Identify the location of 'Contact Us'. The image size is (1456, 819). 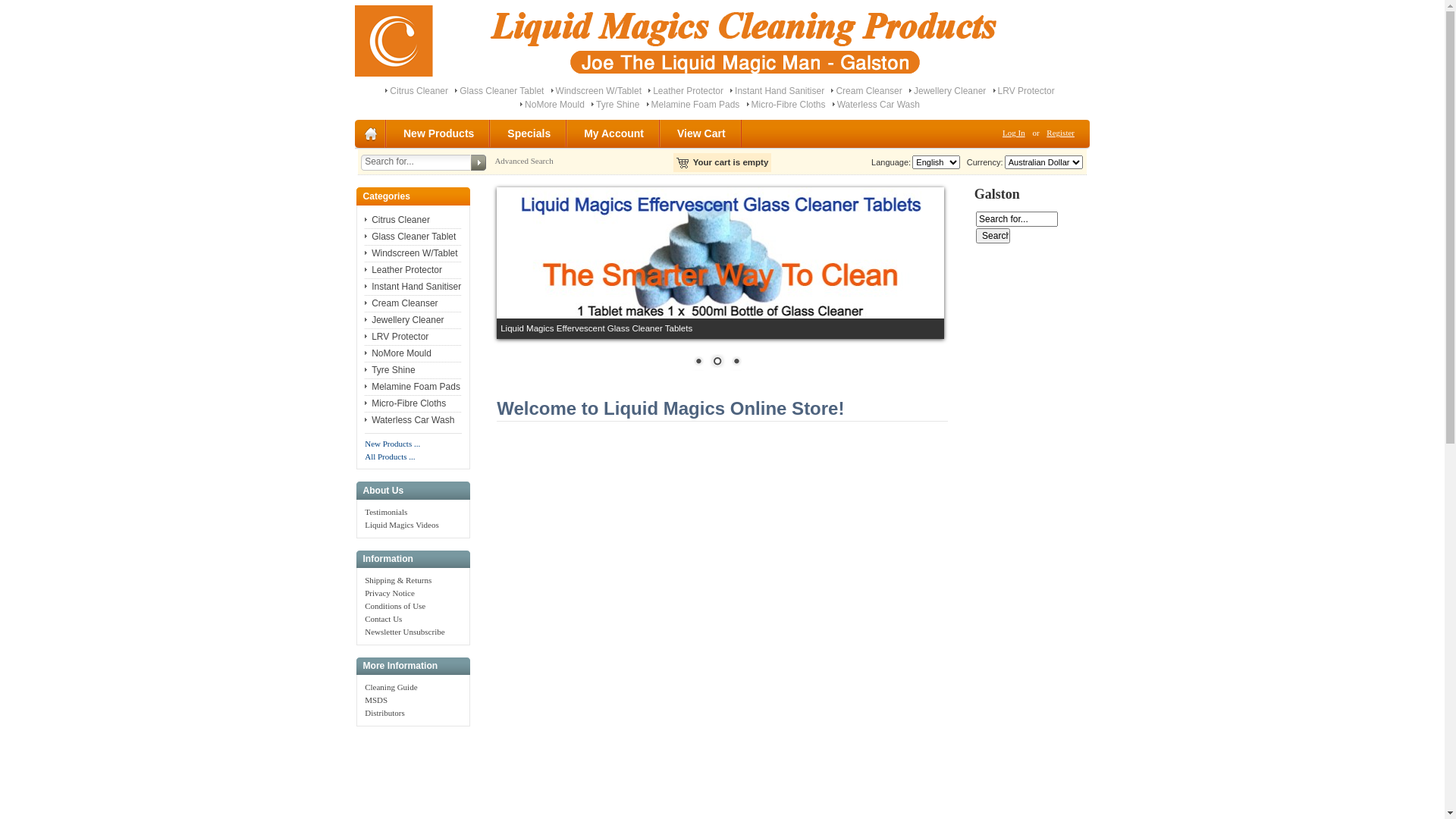
(383, 619).